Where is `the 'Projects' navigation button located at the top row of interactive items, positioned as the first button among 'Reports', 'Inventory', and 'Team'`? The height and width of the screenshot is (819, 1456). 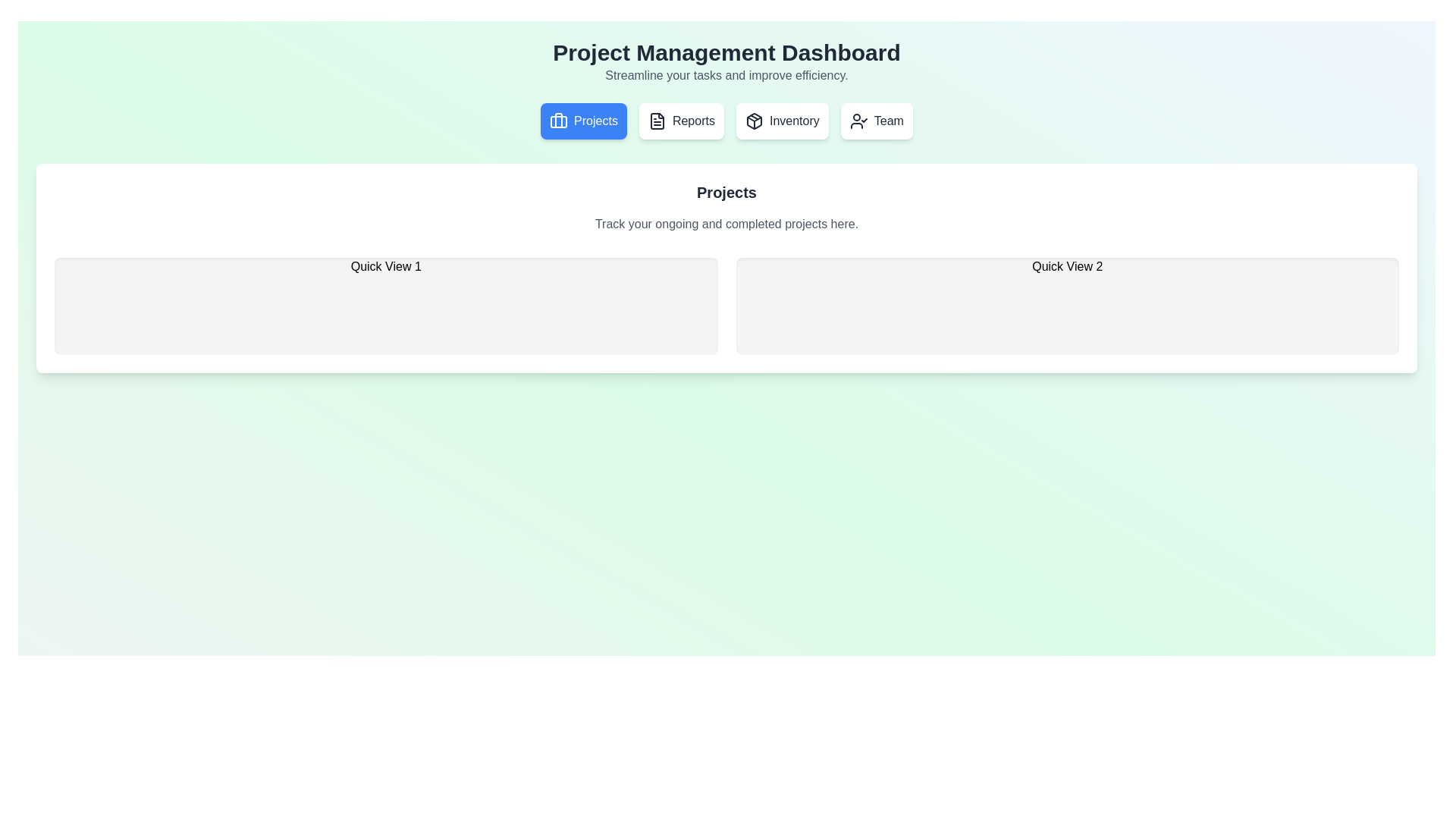 the 'Projects' navigation button located at the top row of interactive items, positioned as the first button among 'Reports', 'Inventory', and 'Team' is located at coordinates (582, 120).